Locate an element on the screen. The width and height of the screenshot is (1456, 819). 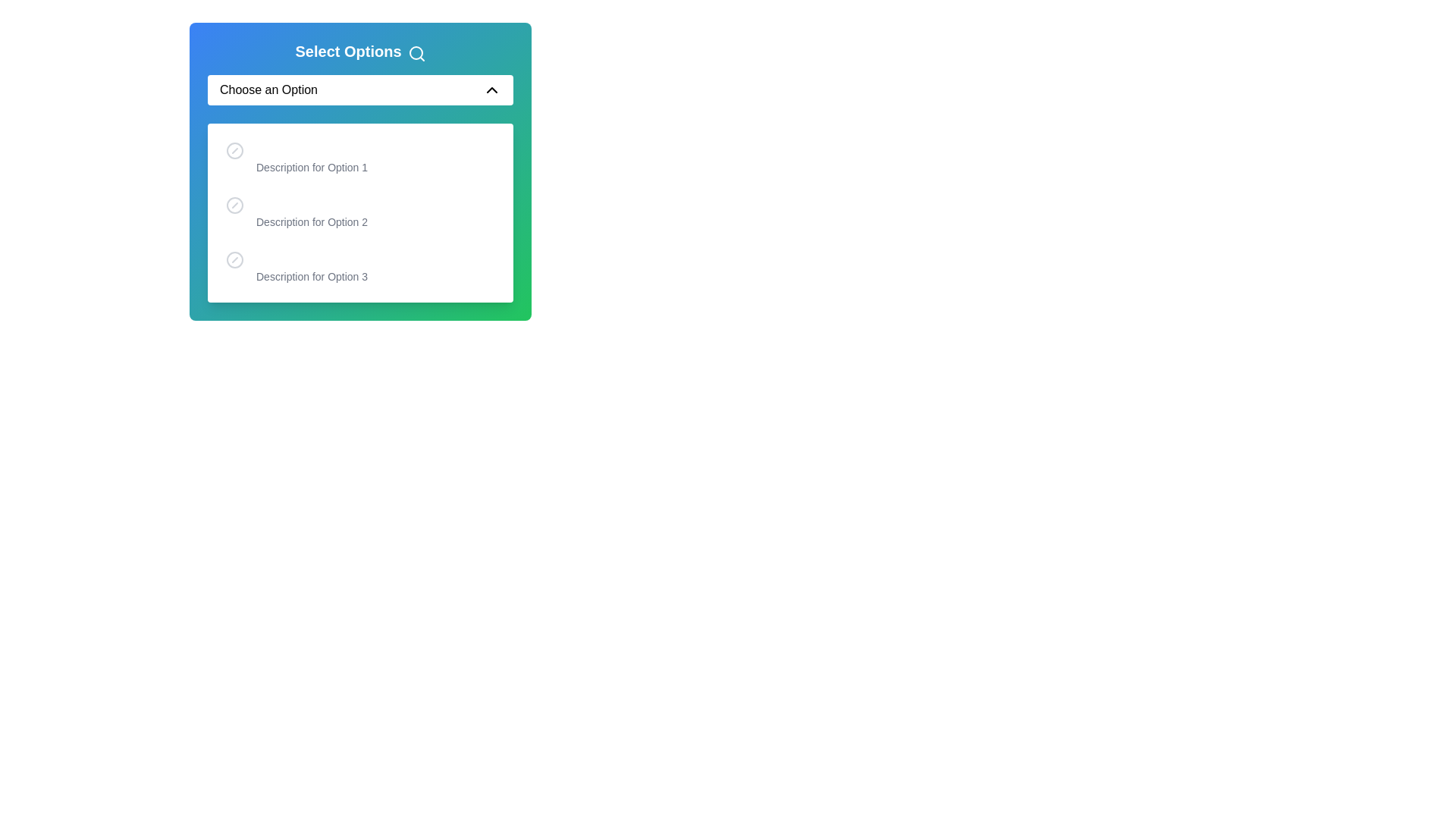
the first selectable option in the dropdown menu is located at coordinates (359, 158).